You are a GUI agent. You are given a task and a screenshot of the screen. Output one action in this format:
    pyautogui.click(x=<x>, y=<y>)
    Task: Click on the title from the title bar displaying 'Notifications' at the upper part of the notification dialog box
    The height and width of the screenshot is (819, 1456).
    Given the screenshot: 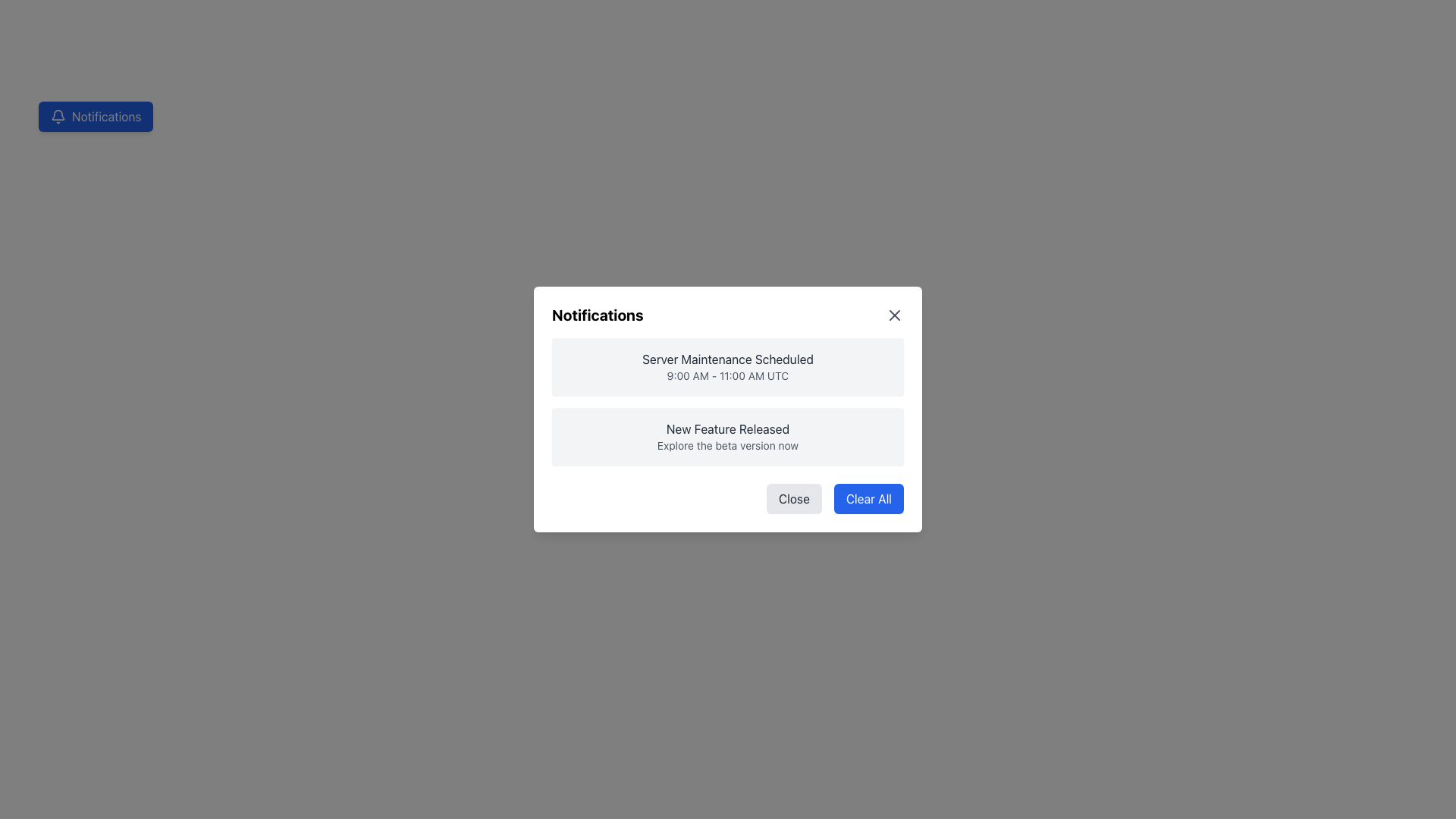 What is the action you would take?
    pyautogui.click(x=728, y=315)
    